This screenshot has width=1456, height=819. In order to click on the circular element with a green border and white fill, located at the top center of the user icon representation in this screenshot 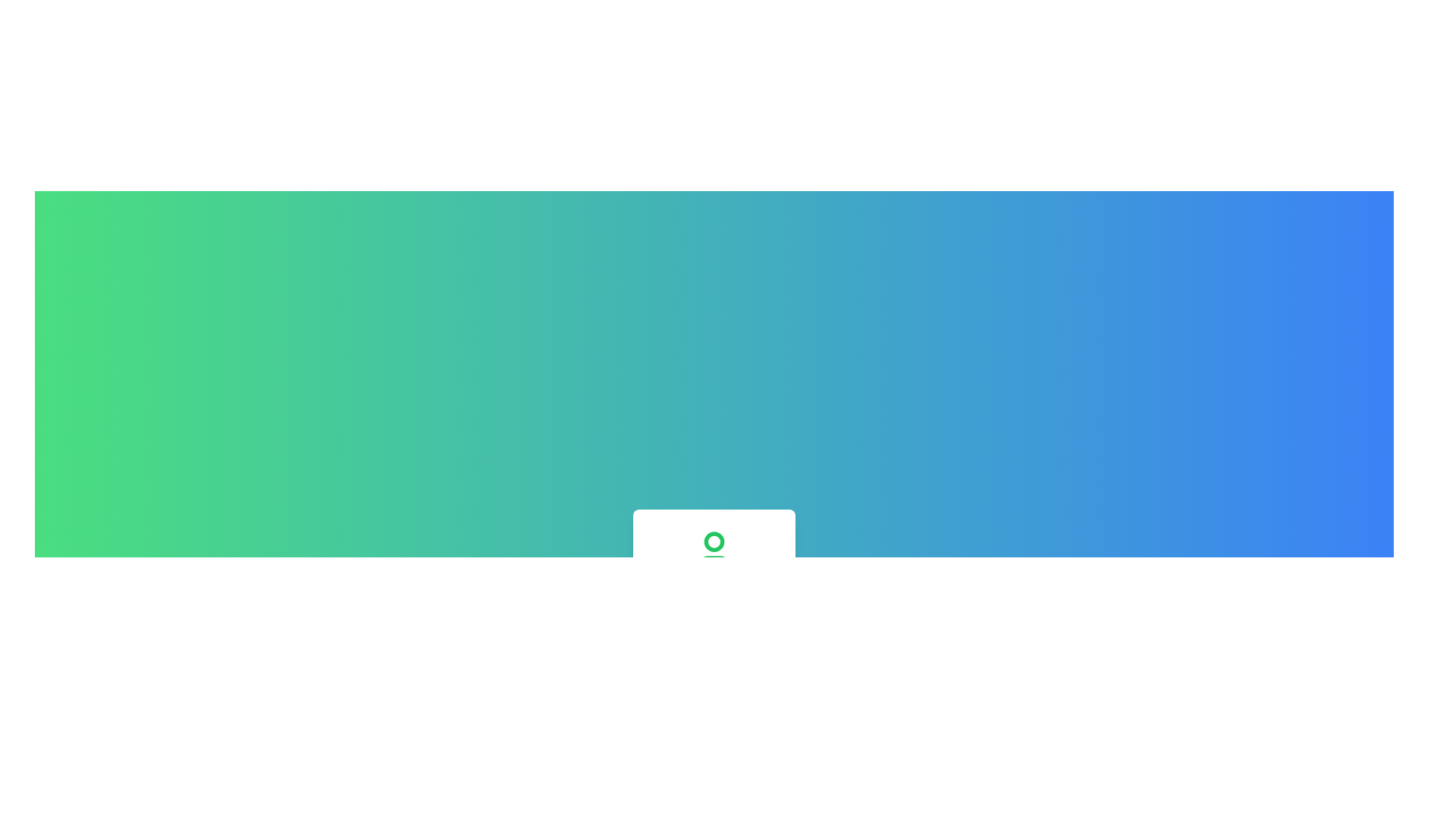, I will do `click(713, 541)`.